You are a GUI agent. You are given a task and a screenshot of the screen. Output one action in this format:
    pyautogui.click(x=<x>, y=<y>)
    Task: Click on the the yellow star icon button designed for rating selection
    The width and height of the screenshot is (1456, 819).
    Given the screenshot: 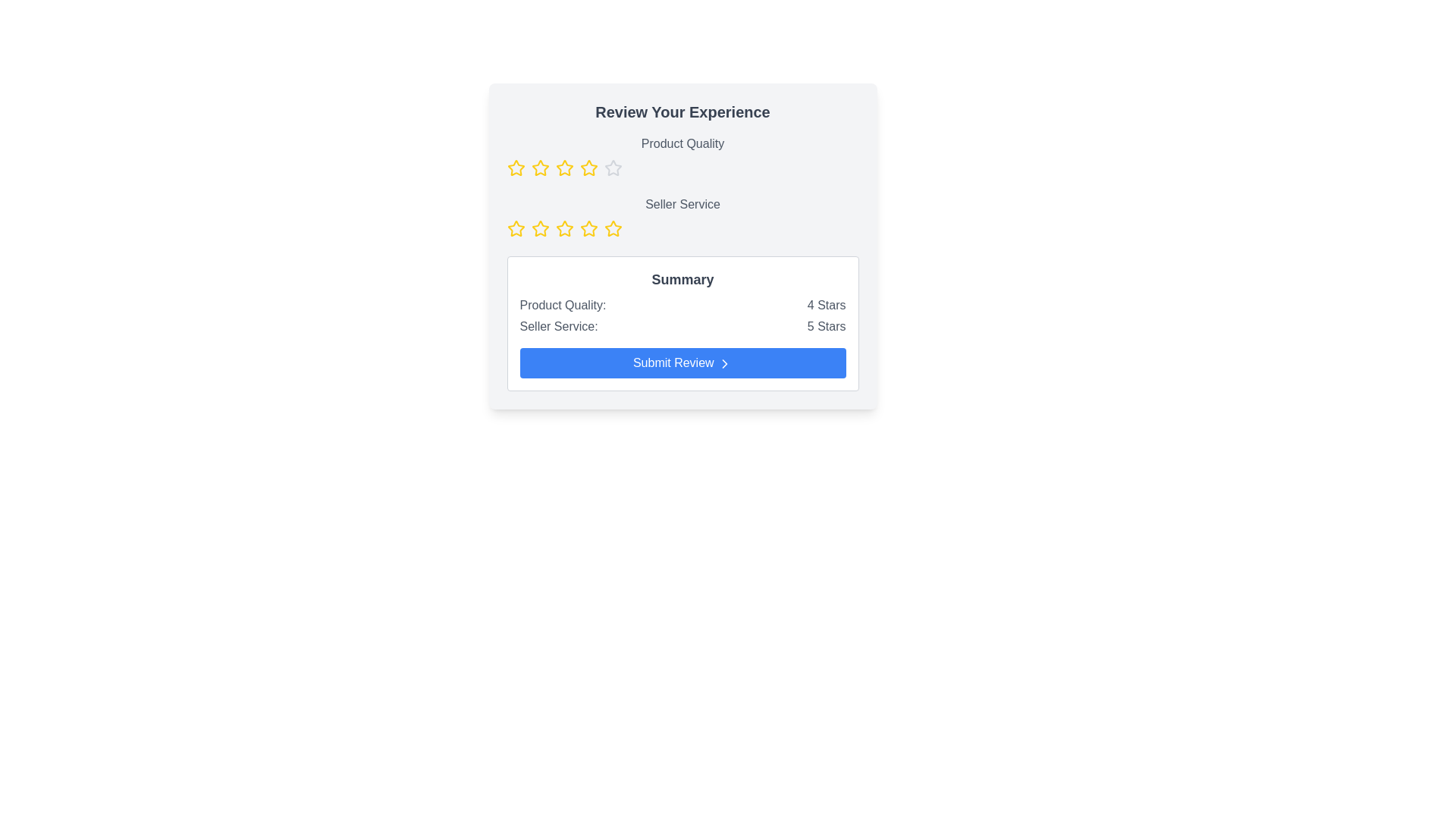 What is the action you would take?
    pyautogui.click(x=516, y=228)
    